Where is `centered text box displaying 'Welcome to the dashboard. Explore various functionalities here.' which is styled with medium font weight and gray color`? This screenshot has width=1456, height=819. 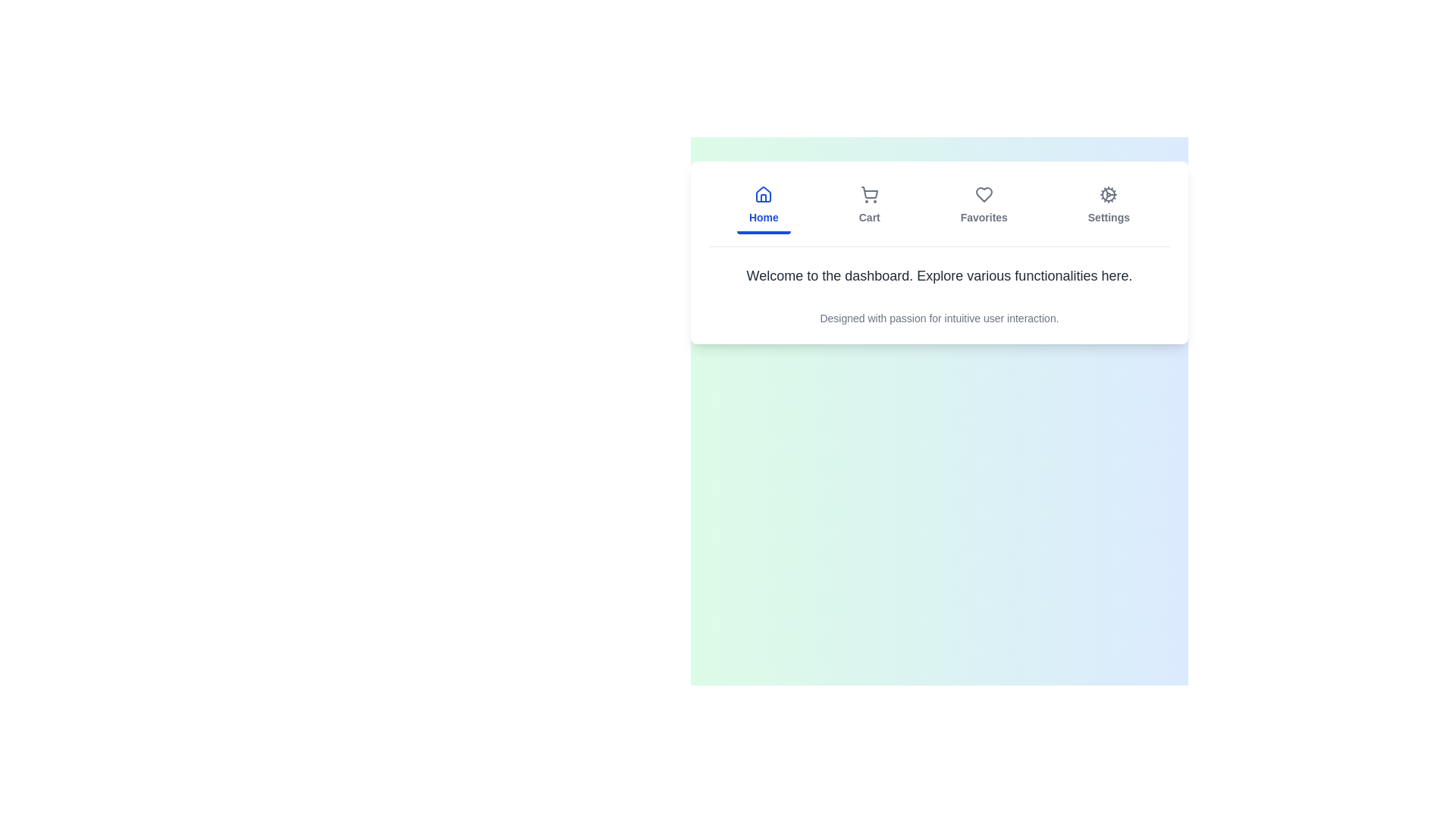 centered text box displaying 'Welcome to the dashboard. Explore various functionalities here.' which is styled with medium font weight and gray color is located at coordinates (938, 275).